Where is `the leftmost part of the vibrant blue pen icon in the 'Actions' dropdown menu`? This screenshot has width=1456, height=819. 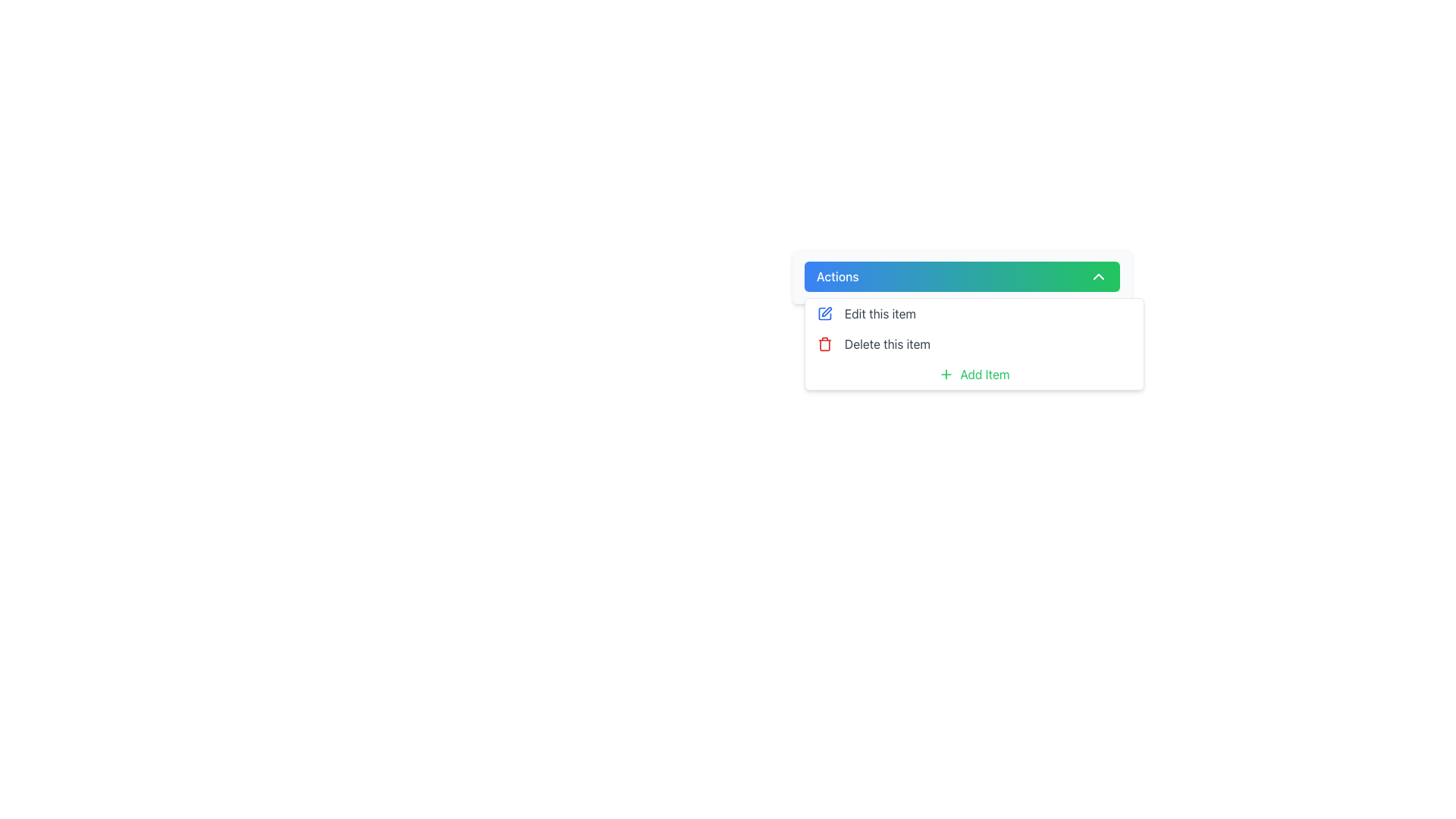
the leftmost part of the vibrant blue pen icon in the 'Actions' dropdown menu is located at coordinates (824, 312).